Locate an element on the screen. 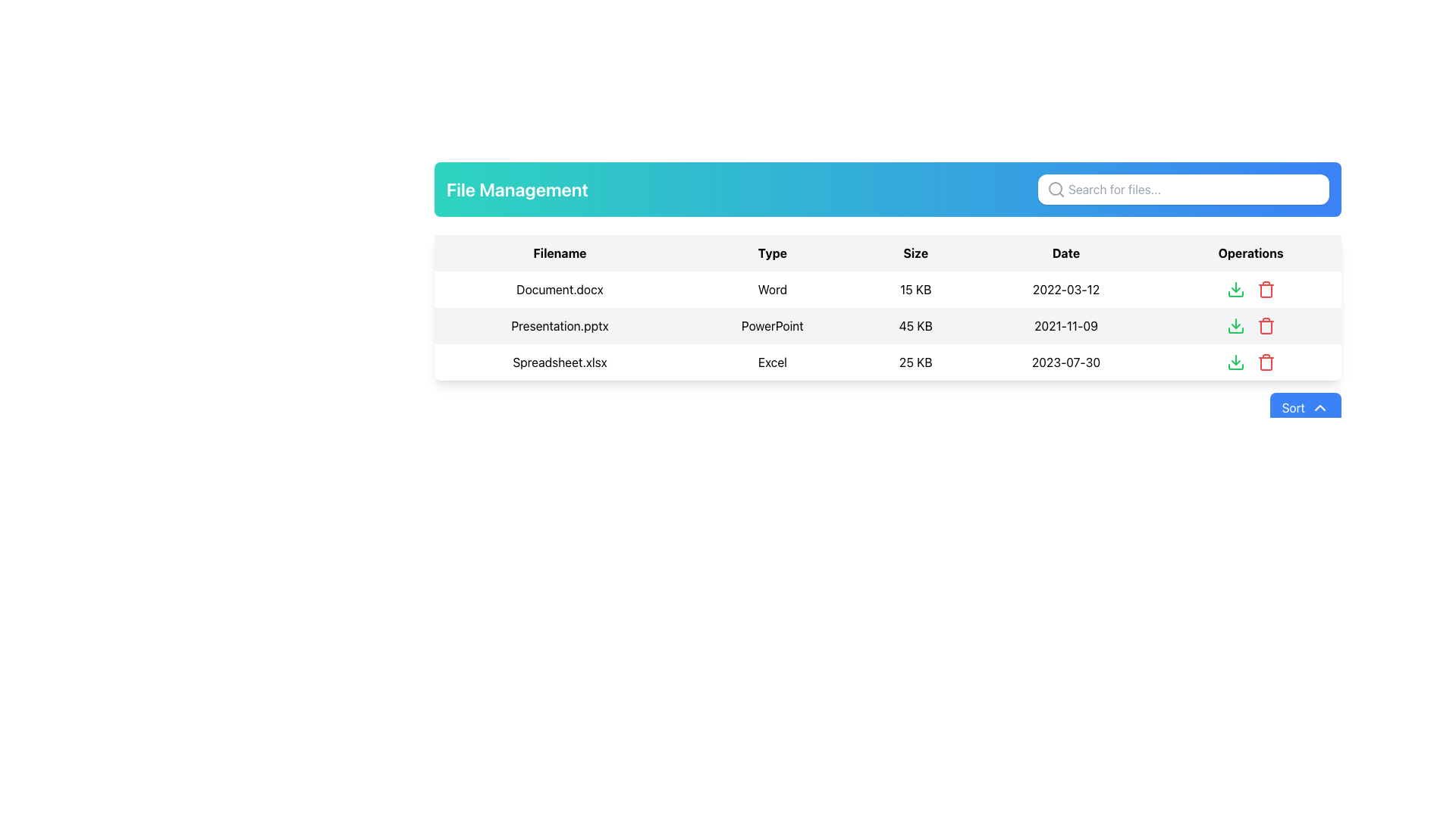  the interactive icons within the 'Operations' column for the file 'Spreadsheet.xlsx' to perform further actions such as downloading or deleting is located at coordinates (1250, 362).